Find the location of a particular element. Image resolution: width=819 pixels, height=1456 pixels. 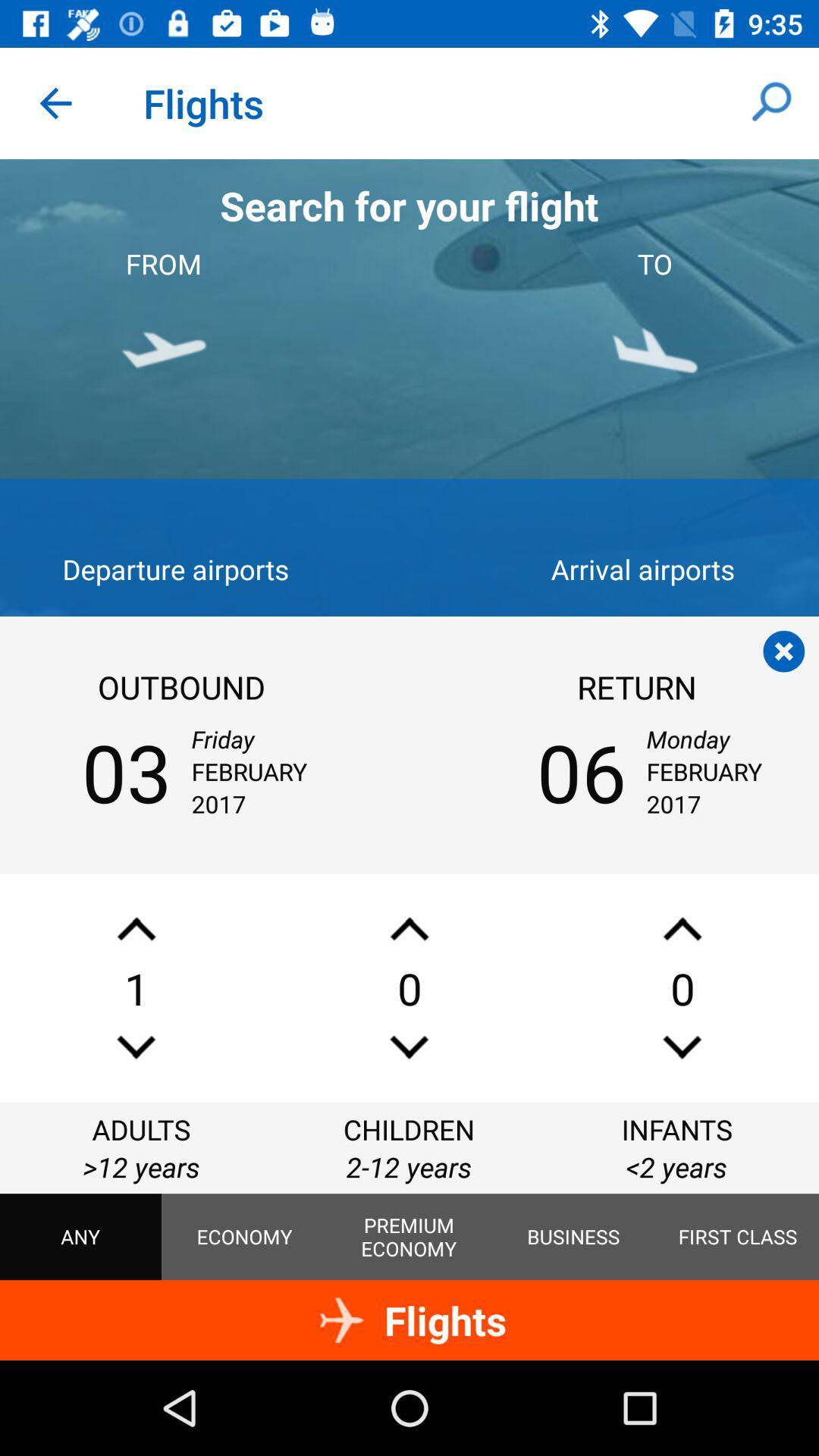

any is located at coordinates (80, 1237).